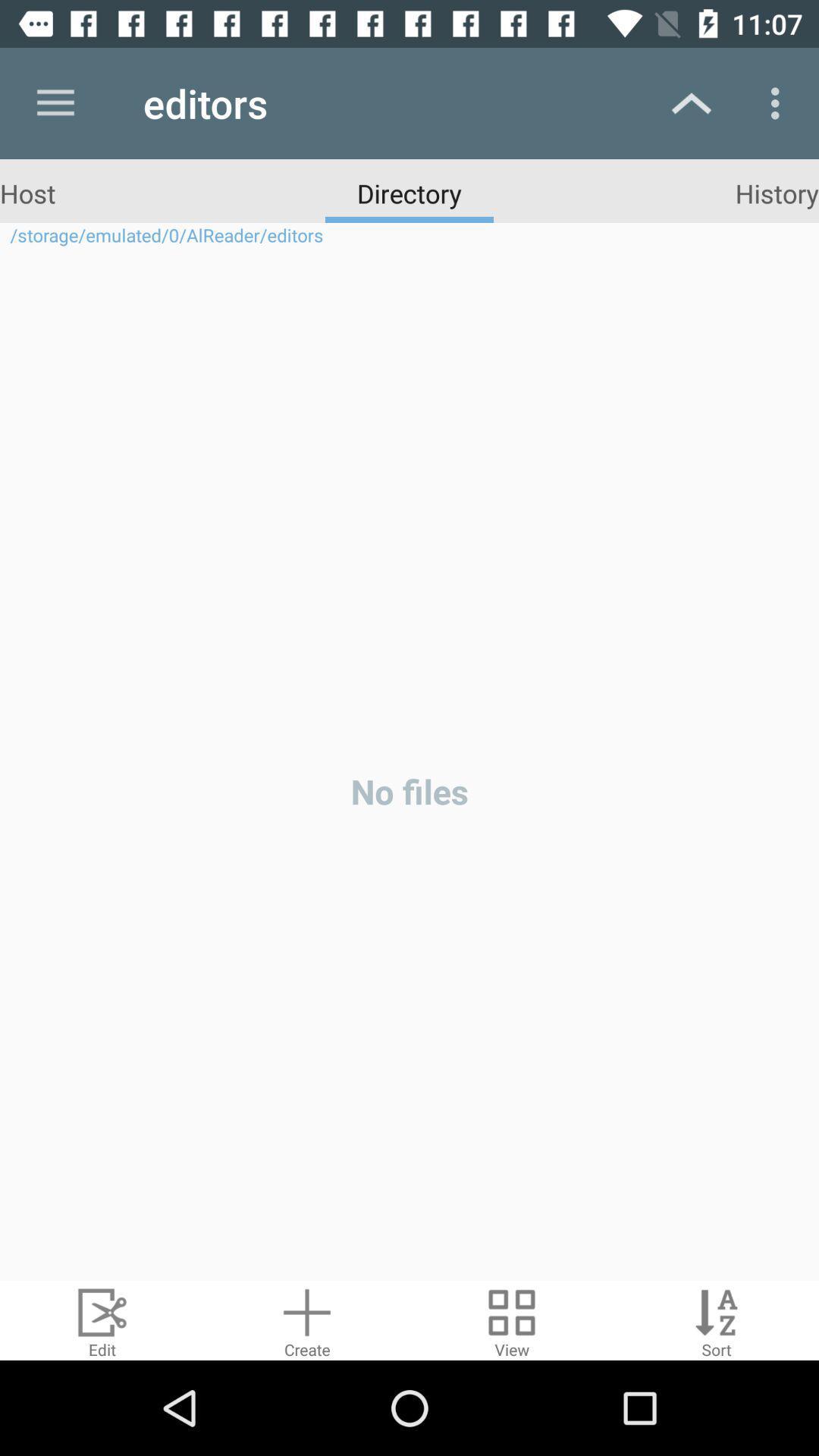  What do you see at coordinates (777, 192) in the screenshot?
I see `app to the right of directory` at bounding box center [777, 192].